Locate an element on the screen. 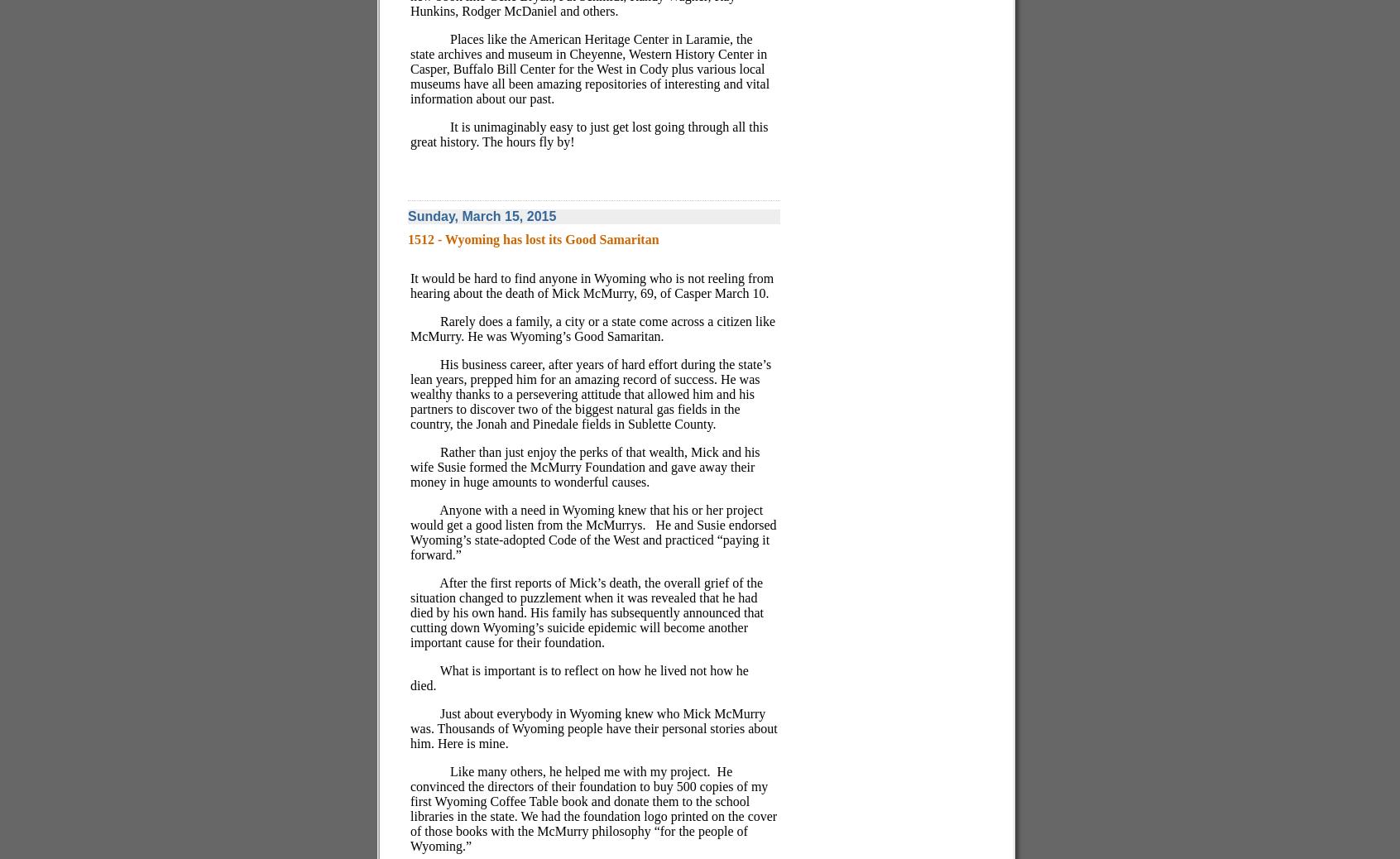  'Like many others, he helped me with
my project.' is located at coordinates (579, 770).